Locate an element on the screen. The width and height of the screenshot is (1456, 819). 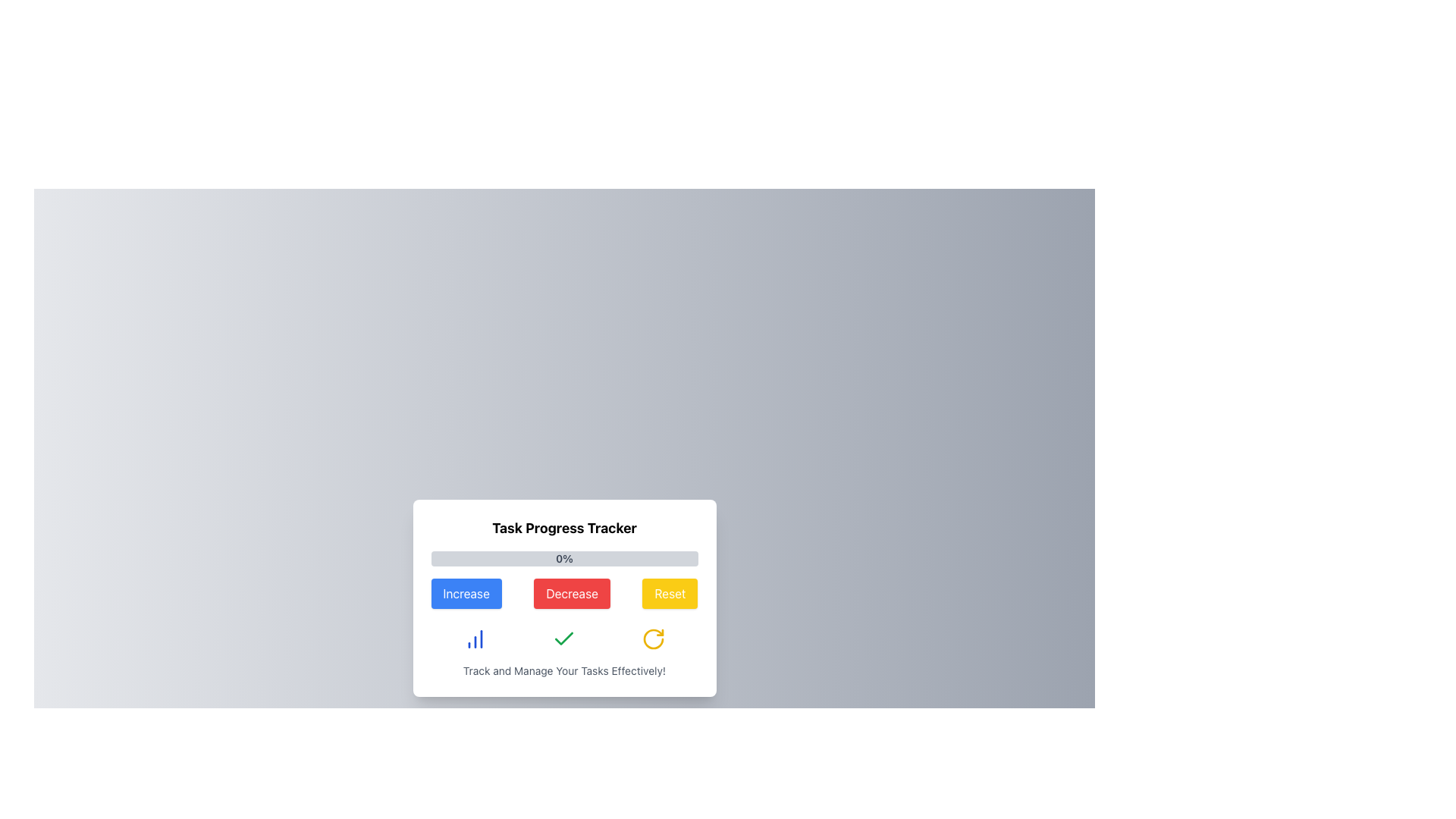
the 'Reset' button, which is a rectangular button with a yellow background and white text, located at the rightmost side of a row of three buttons is located at coordinates (669, 593).